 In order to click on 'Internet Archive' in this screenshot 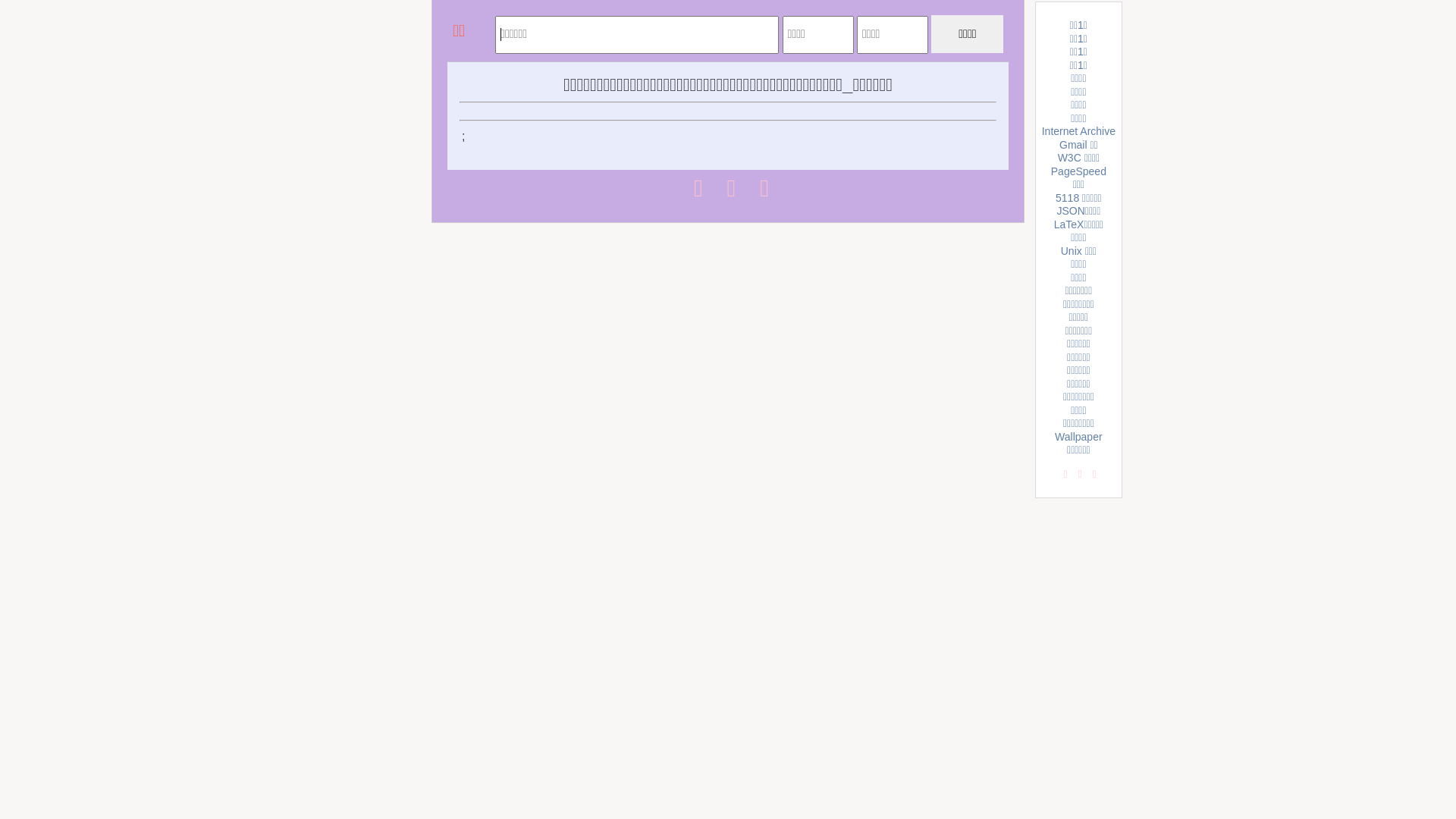, I will do `click(1078, 130)`.